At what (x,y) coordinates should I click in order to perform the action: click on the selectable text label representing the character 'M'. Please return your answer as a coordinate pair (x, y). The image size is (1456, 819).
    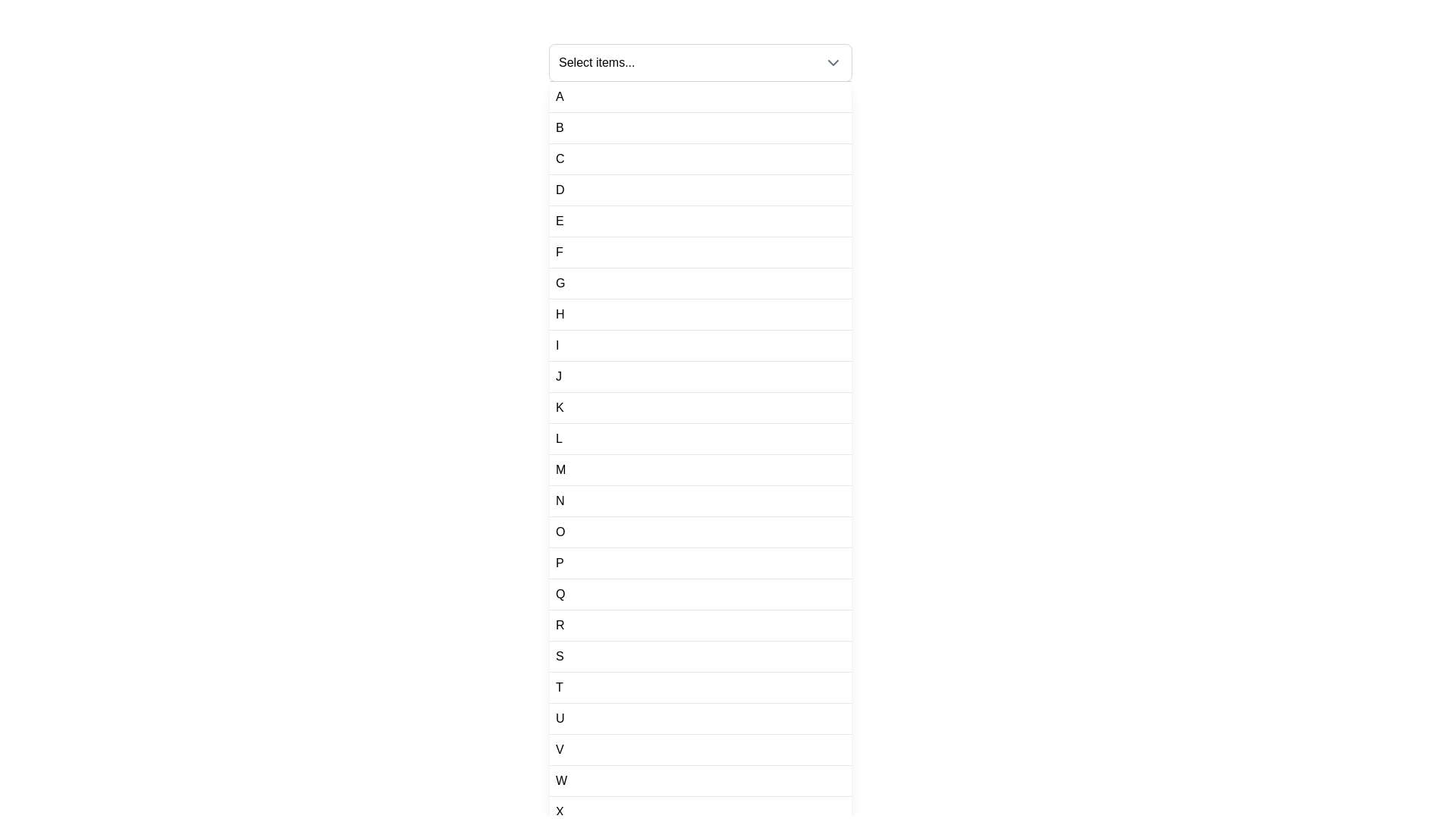
    Looking at the image, I should click on (560, 469).